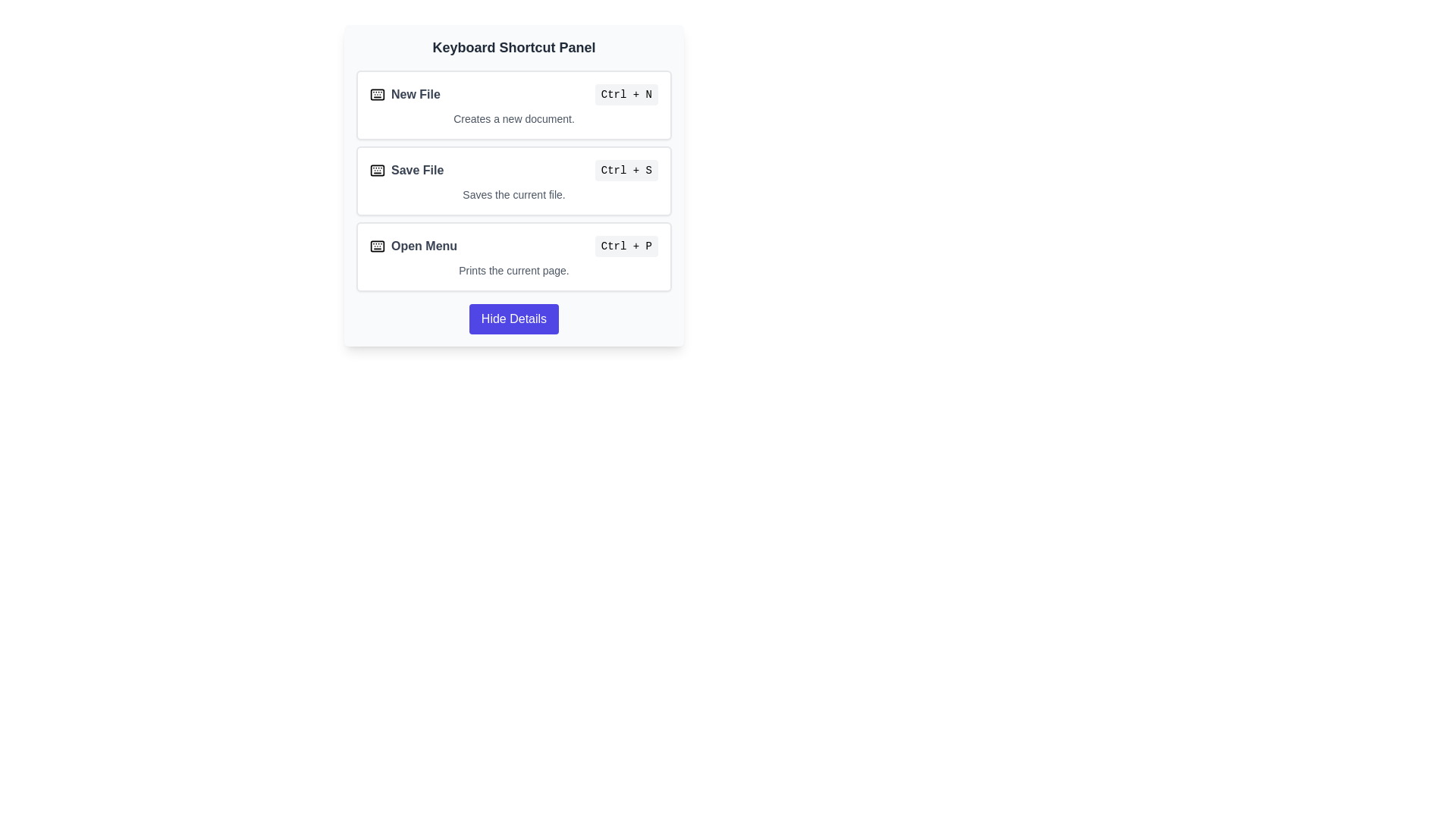 The image size is (1456, 819). I want to click on the Label with Icon that indicates the action of creating a new file, located at the top of the 'Keyboard Shortcut Panel' to the left of 'Ctrl + N', so click(405, 94).